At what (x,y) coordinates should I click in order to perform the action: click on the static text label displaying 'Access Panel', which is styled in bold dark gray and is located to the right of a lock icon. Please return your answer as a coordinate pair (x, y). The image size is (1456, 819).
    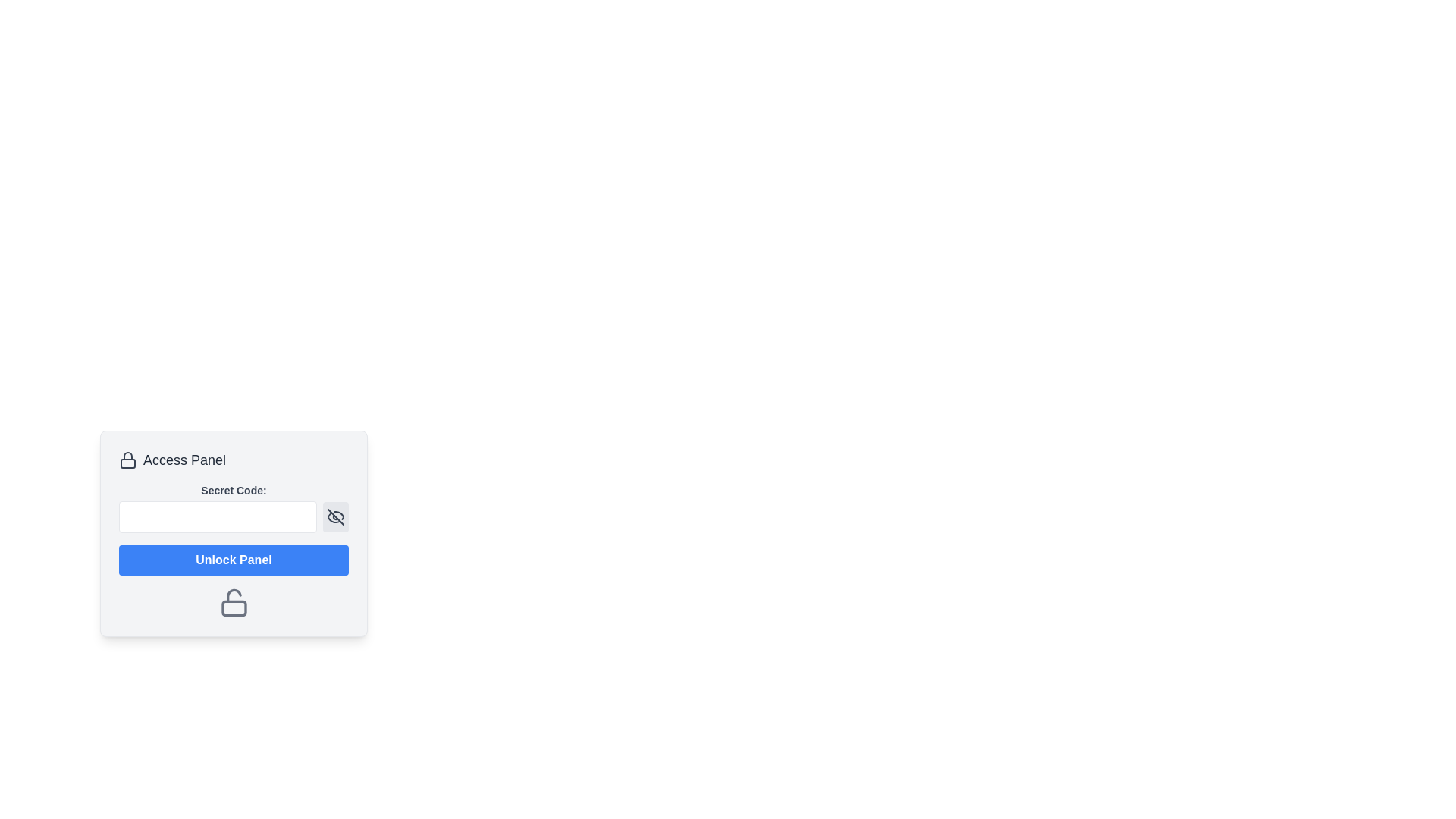
    Looking at the image, I should click on (184, 459).